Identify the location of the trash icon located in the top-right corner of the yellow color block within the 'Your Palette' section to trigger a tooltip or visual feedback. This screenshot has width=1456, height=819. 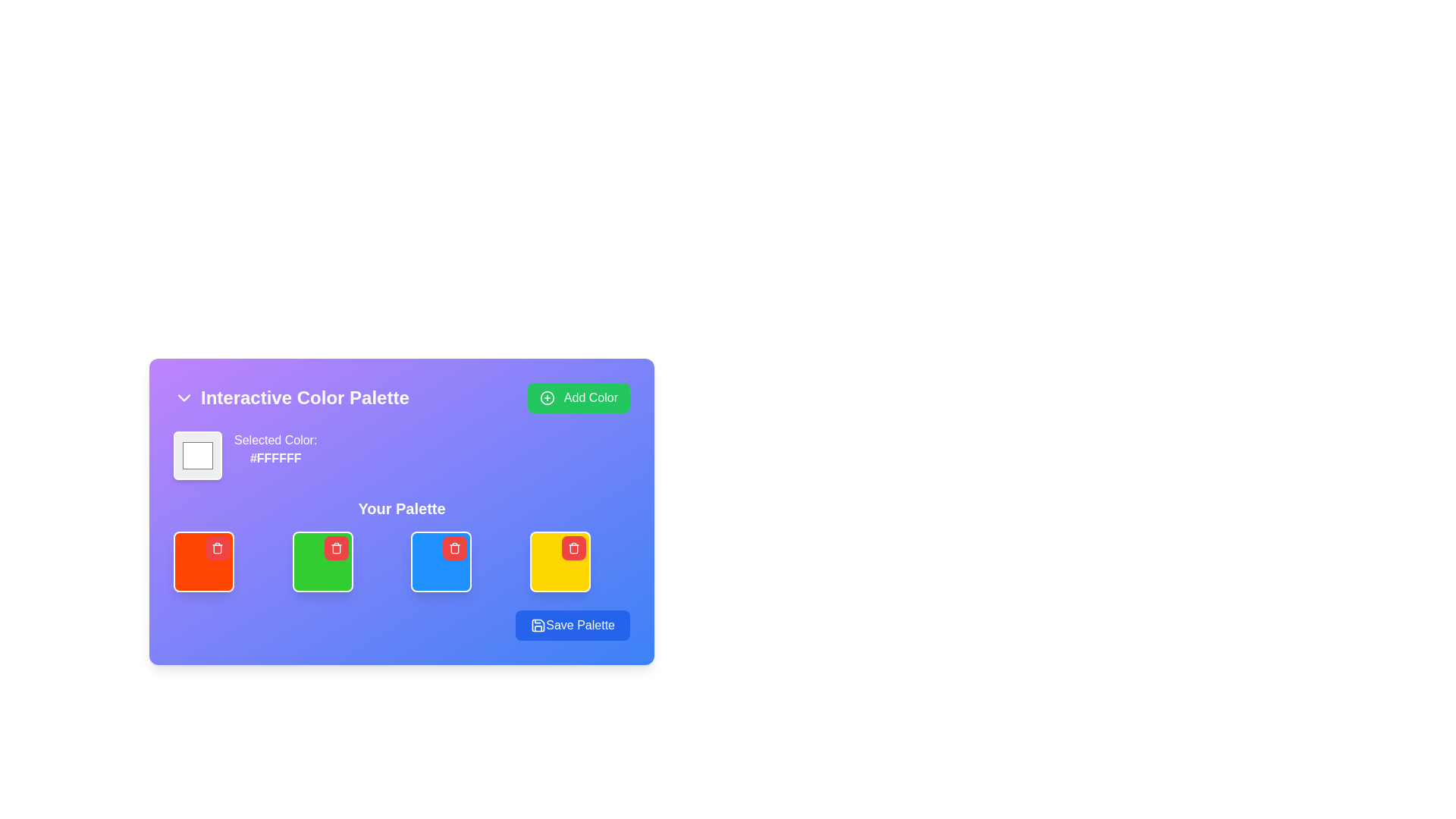
(573, 549).